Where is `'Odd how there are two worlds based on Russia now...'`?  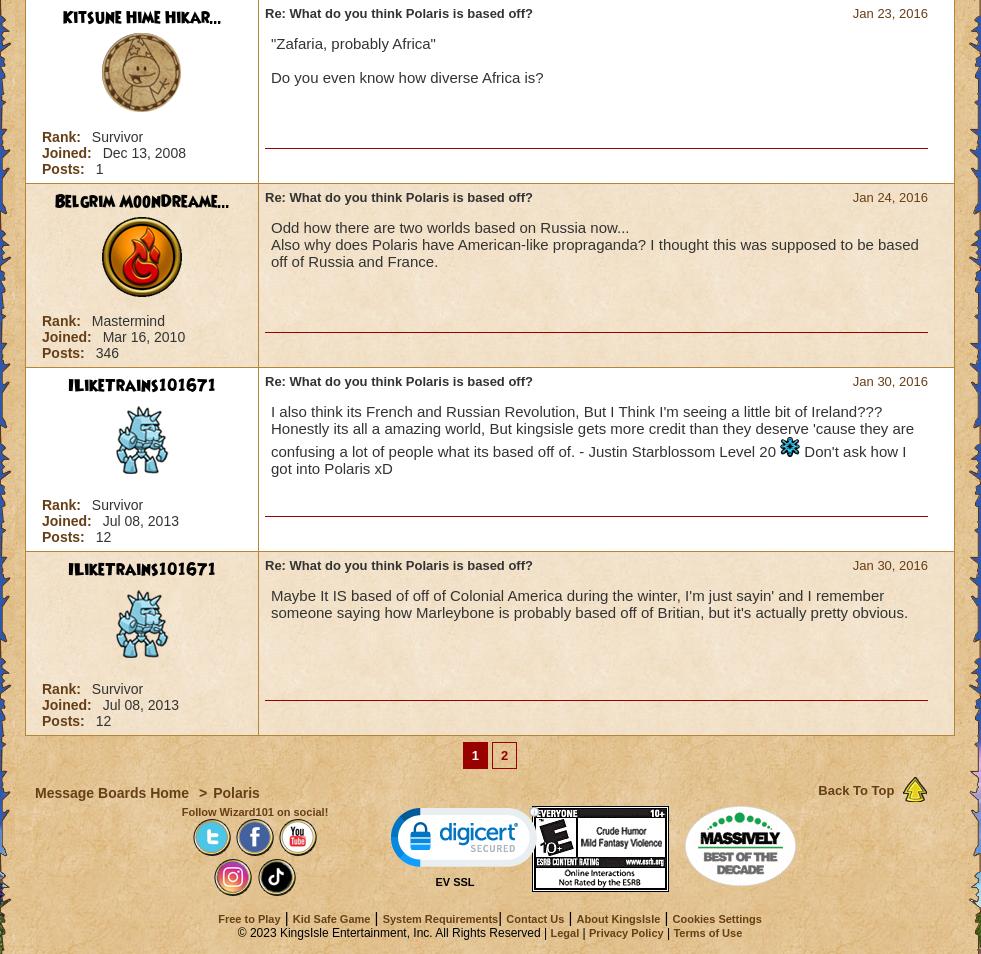
'Odd how there are two worlds based on Russia now...' is located at coordinates (269, 226).